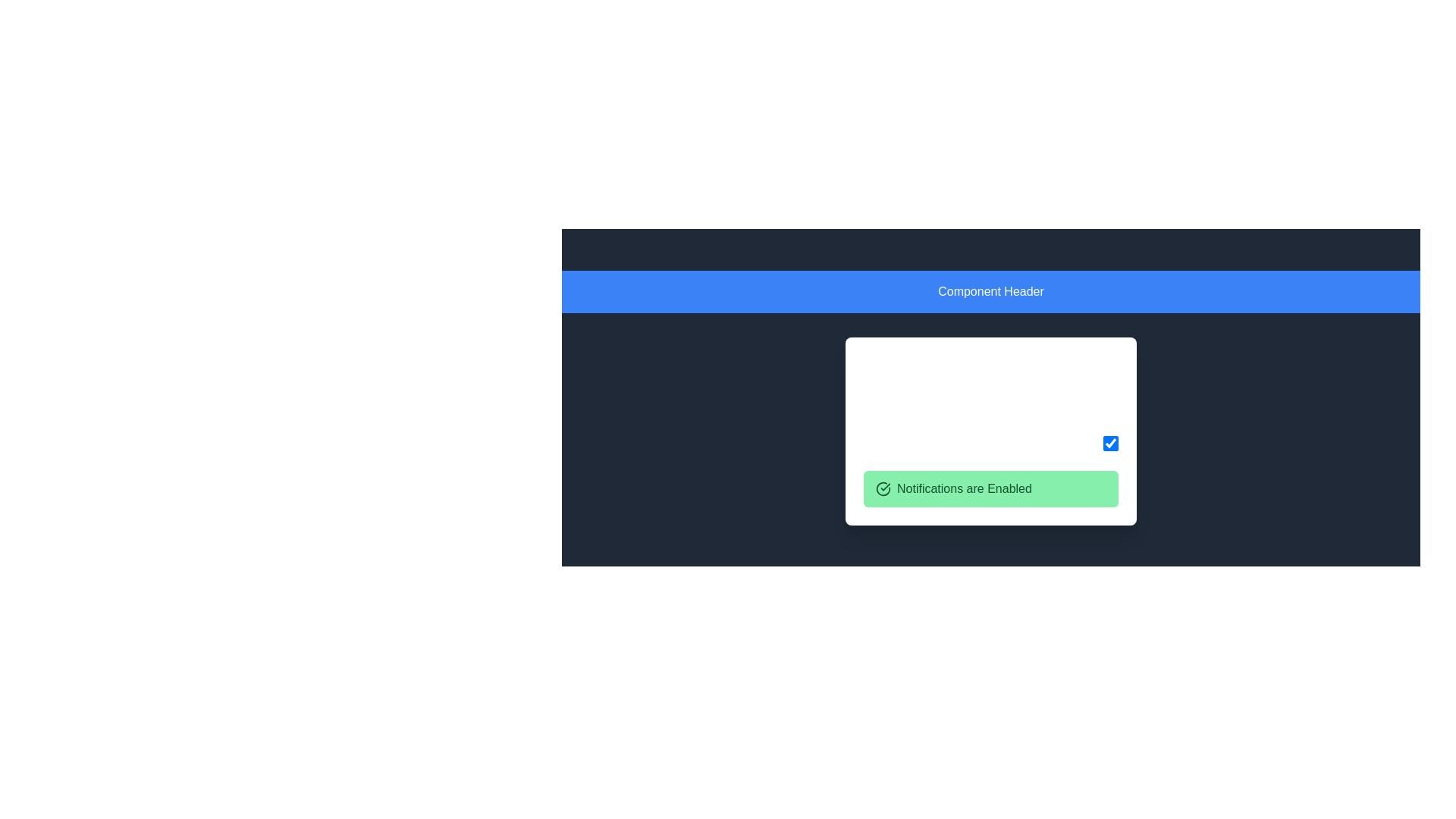 The image size is (1456, 819). I want to click on the text label that reads 'Notifications are Enabled', which is styled in bold and has a light green background with rounded corners, so click(964, 488).